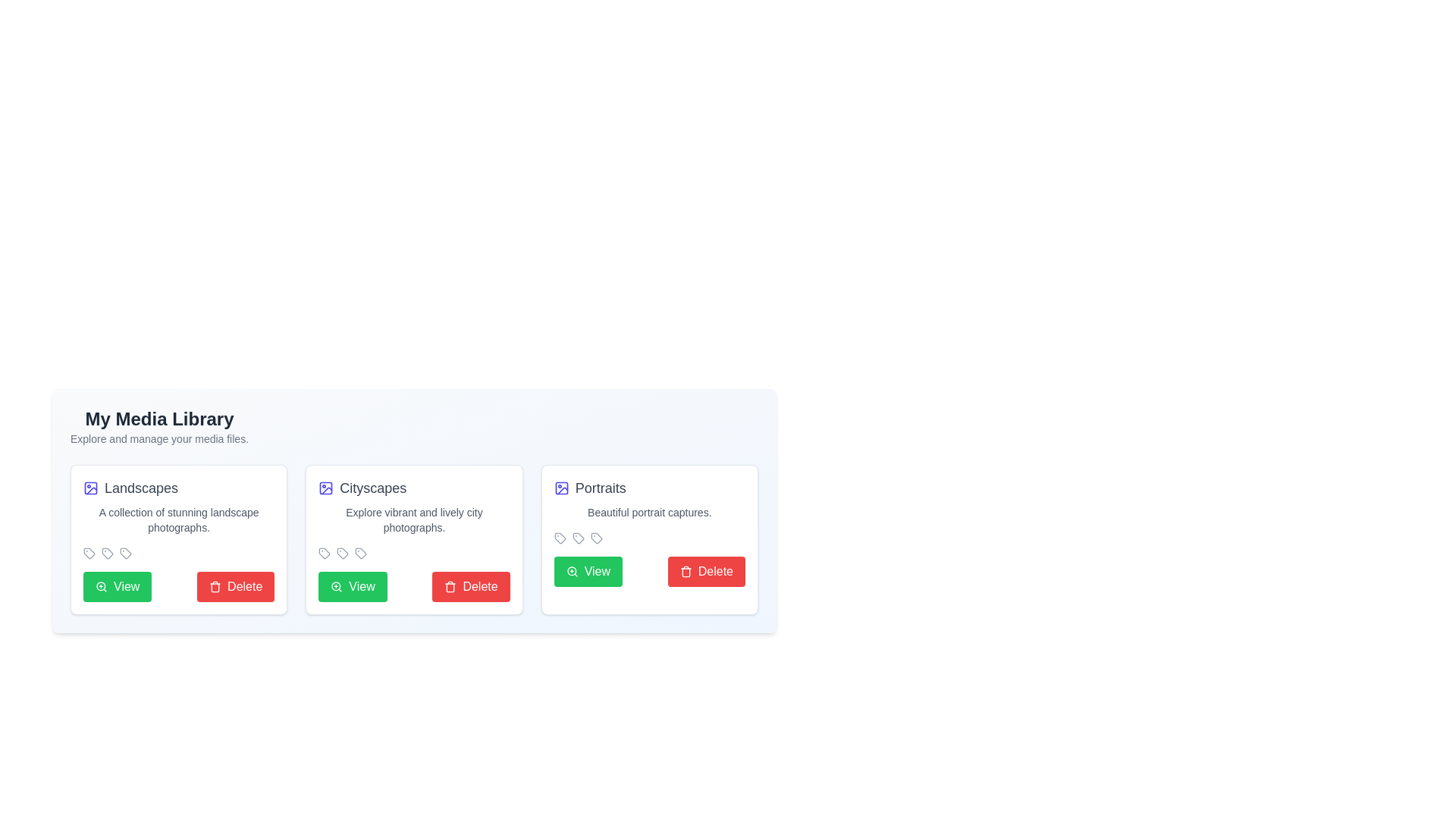 The width and height of the screenshot is (1456, 819). Describe the element at coordinates (141, 488) in the screenshot. I see `the text label indicating landscapes, located at the top left section of the first card, next to the small image icon` at that location.